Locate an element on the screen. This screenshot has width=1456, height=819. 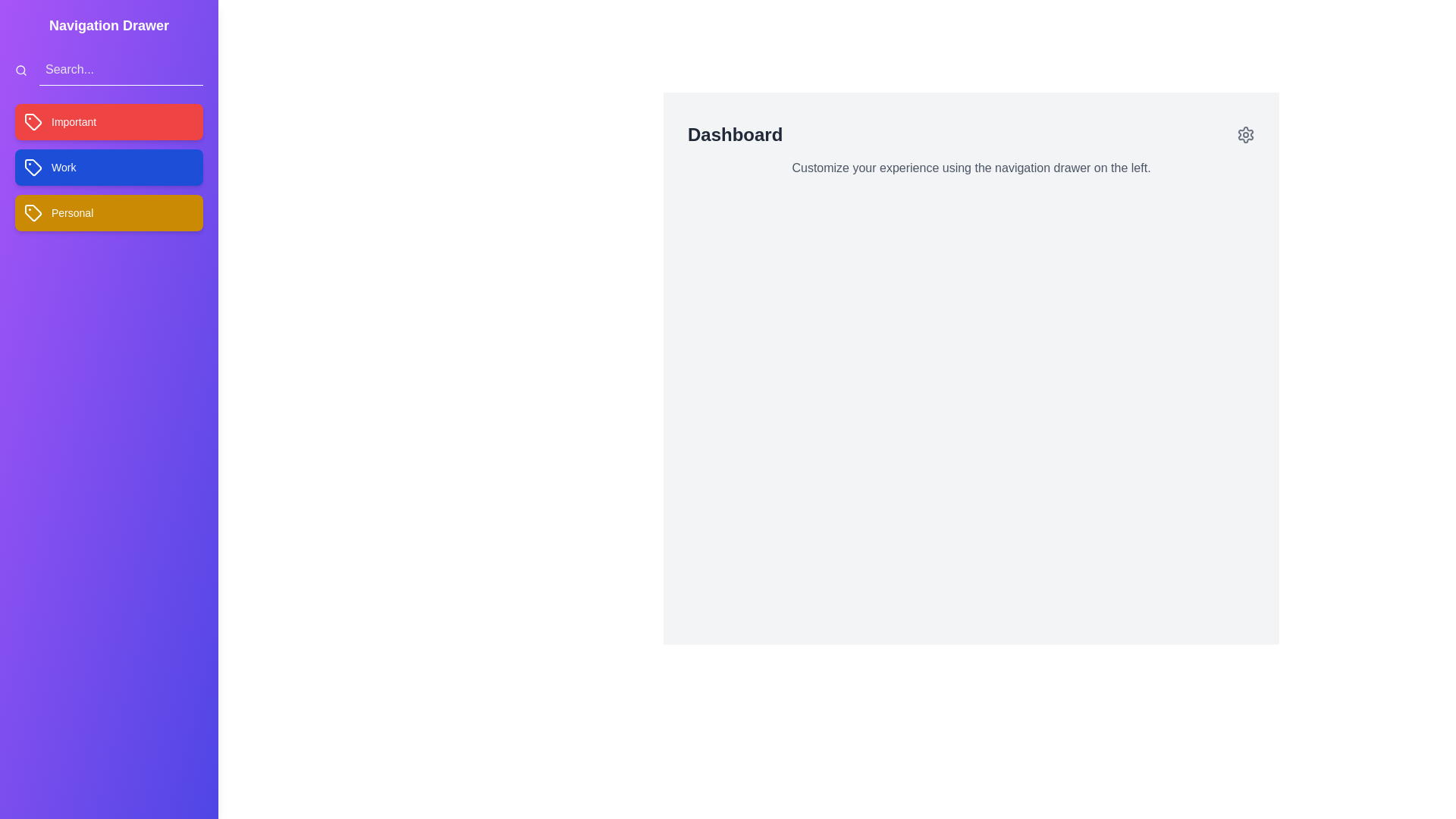
the tag labeled Important is located at coordinates (108, 121).